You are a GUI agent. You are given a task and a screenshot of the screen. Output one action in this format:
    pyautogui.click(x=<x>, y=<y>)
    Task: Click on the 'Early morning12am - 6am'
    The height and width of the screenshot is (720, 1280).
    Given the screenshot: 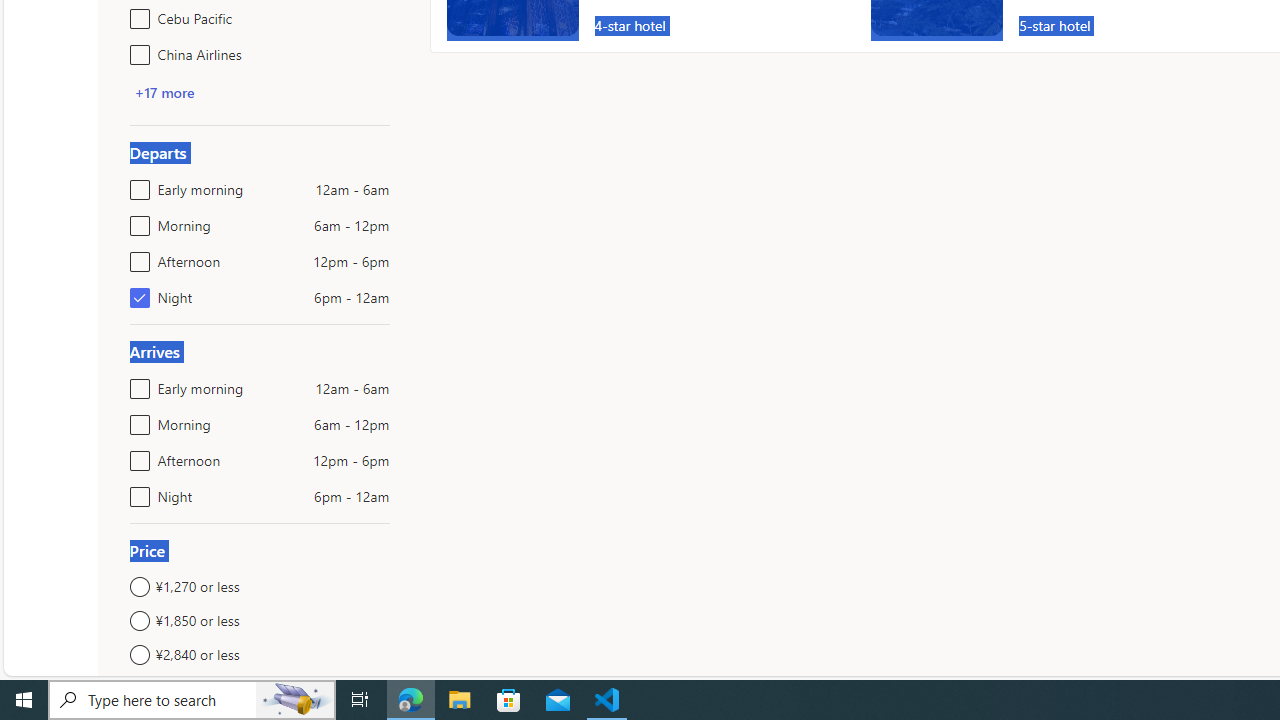 What is the action you would take?
    pyautogui.click(x=135, y=384)
    